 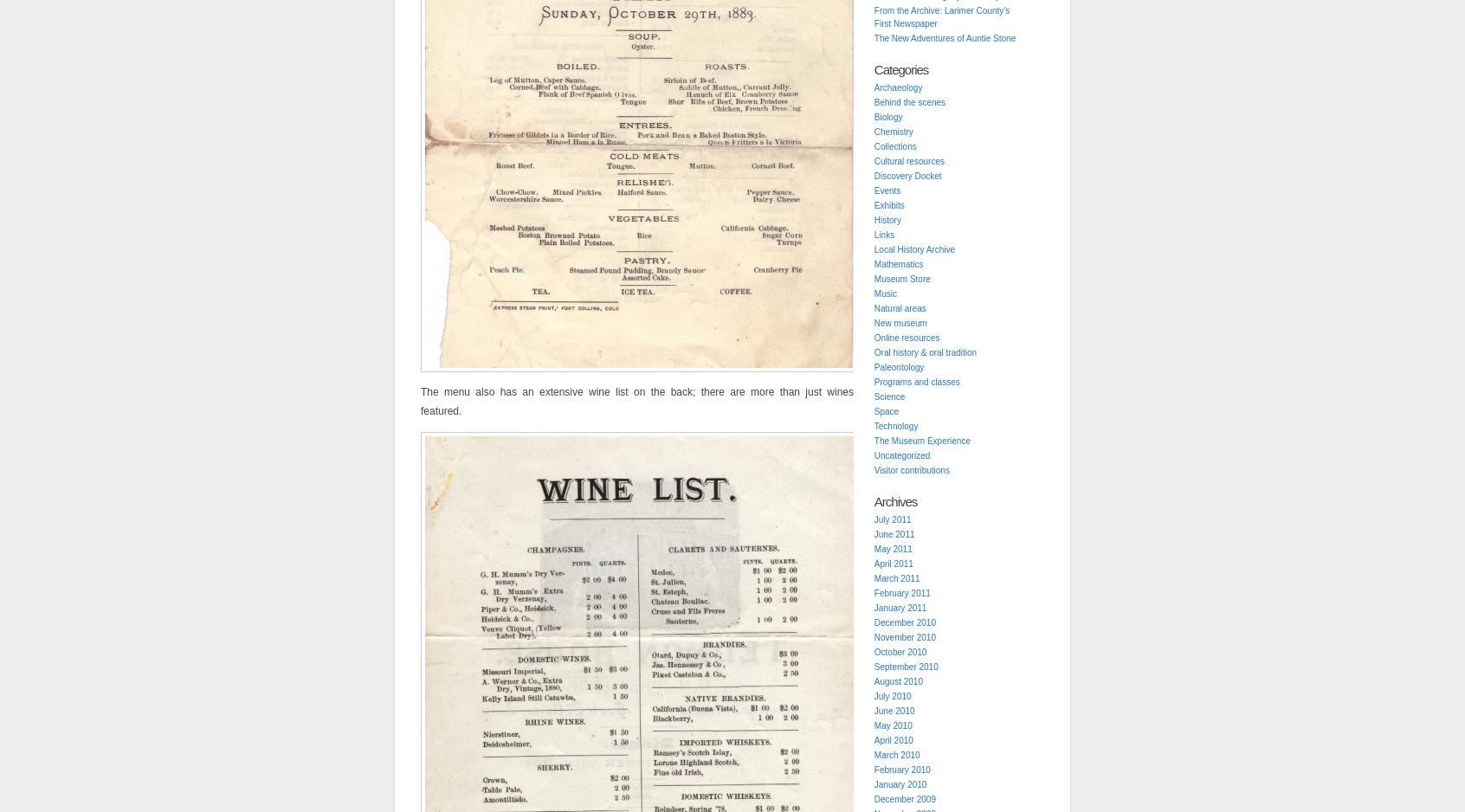 What do you see at coordinates (906, 337) in the screenshot?
I see `'Online resources'` at bounding box center [906, 337].